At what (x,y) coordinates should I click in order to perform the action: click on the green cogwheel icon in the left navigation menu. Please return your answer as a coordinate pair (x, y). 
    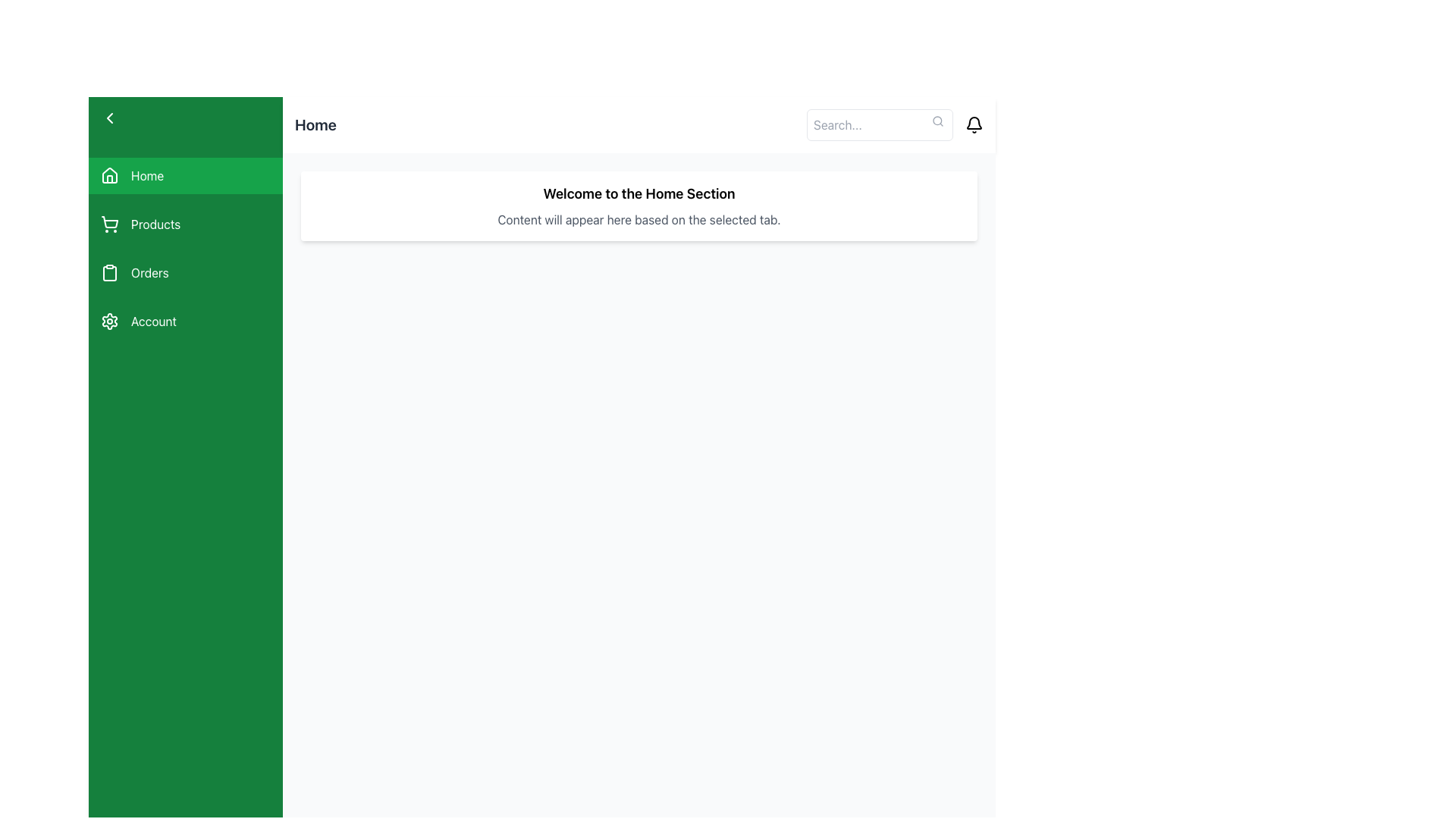
    Looking at the image, I should click on (108, 321).